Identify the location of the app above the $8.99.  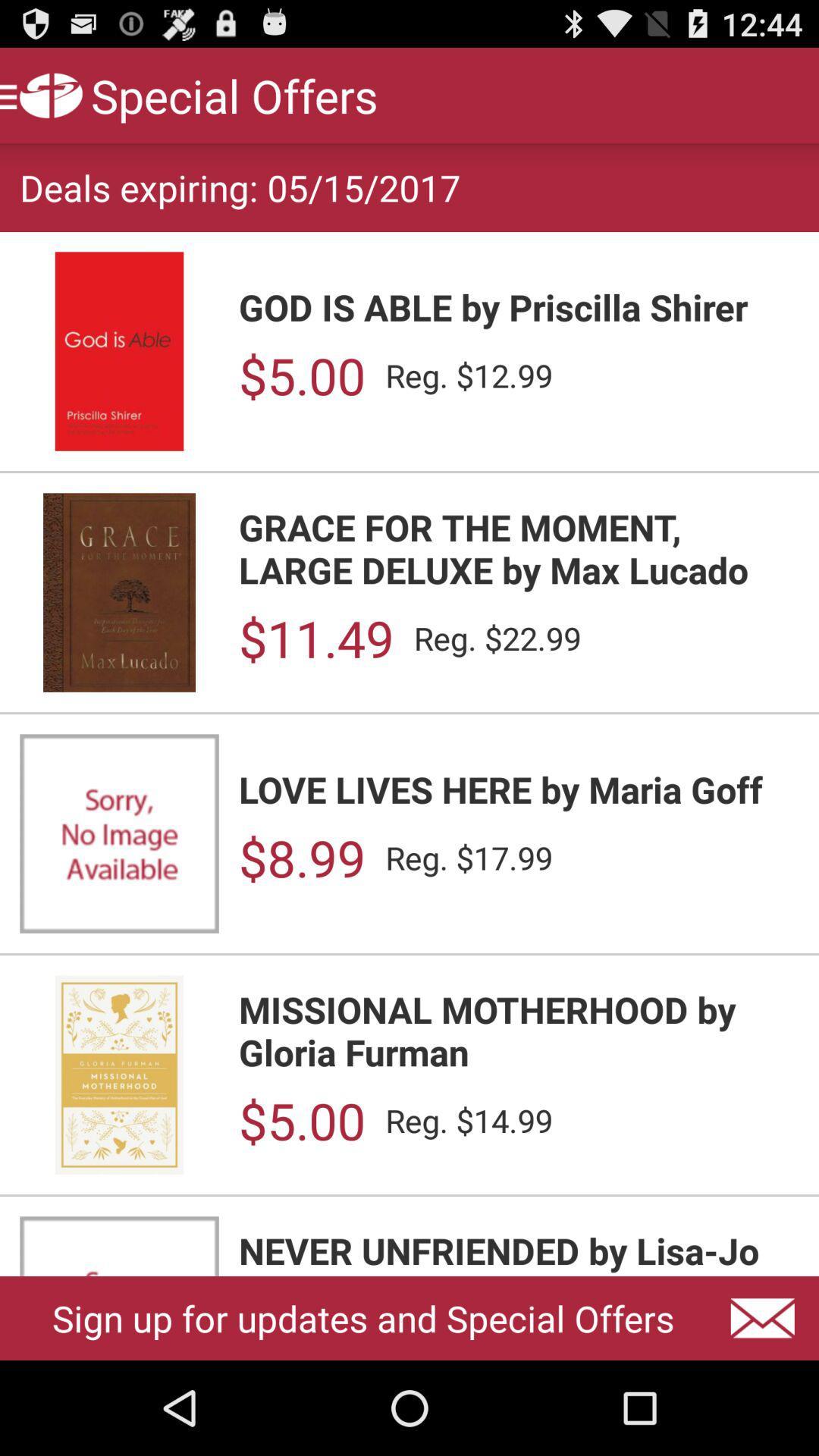
(518, 789).